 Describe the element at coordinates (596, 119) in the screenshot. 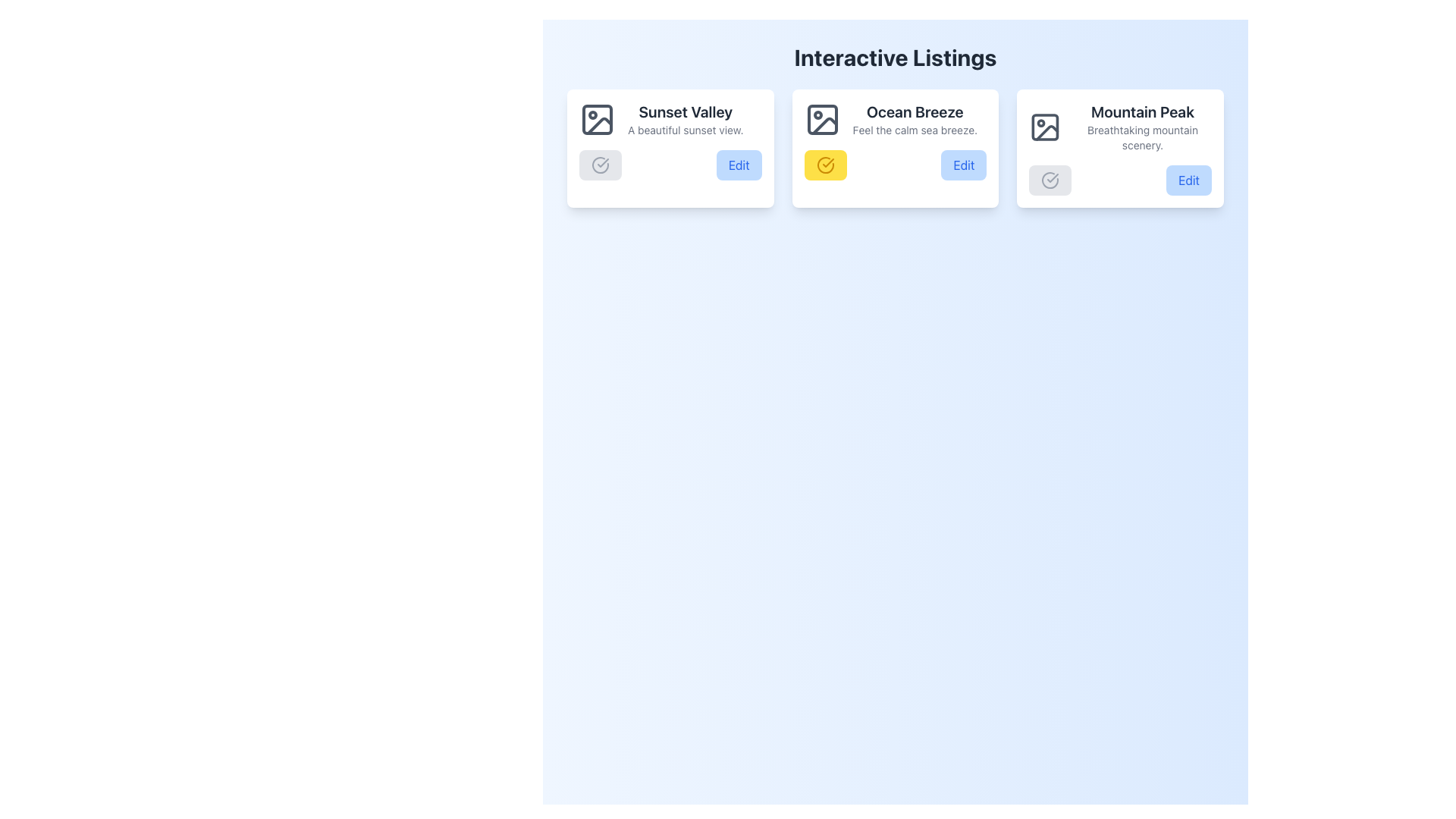

I see `the icon representing the 'Sunset Valley' listing card` at that location.